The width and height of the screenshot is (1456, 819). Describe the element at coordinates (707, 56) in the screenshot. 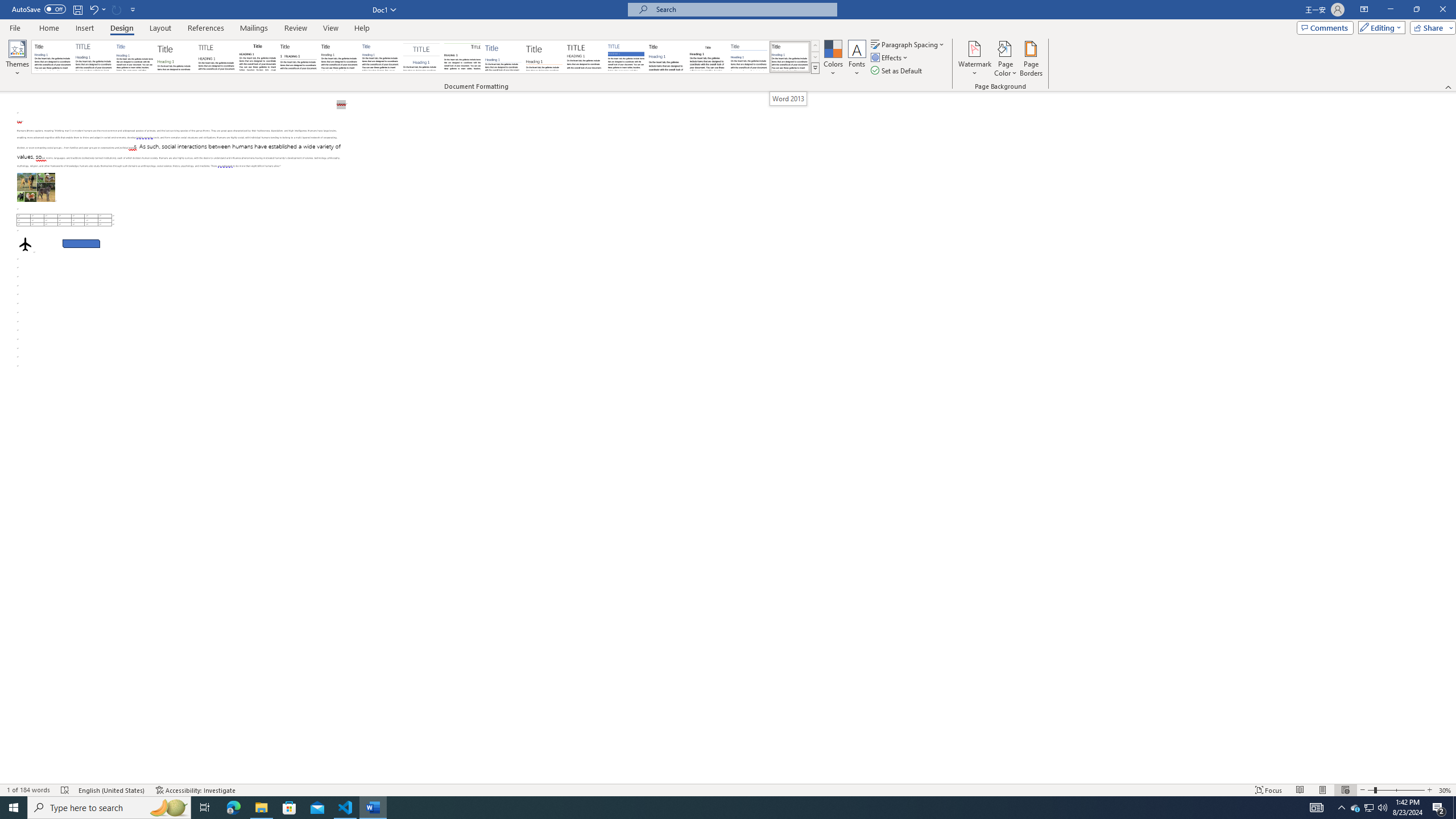

I see `'Word 2003'` at that location.